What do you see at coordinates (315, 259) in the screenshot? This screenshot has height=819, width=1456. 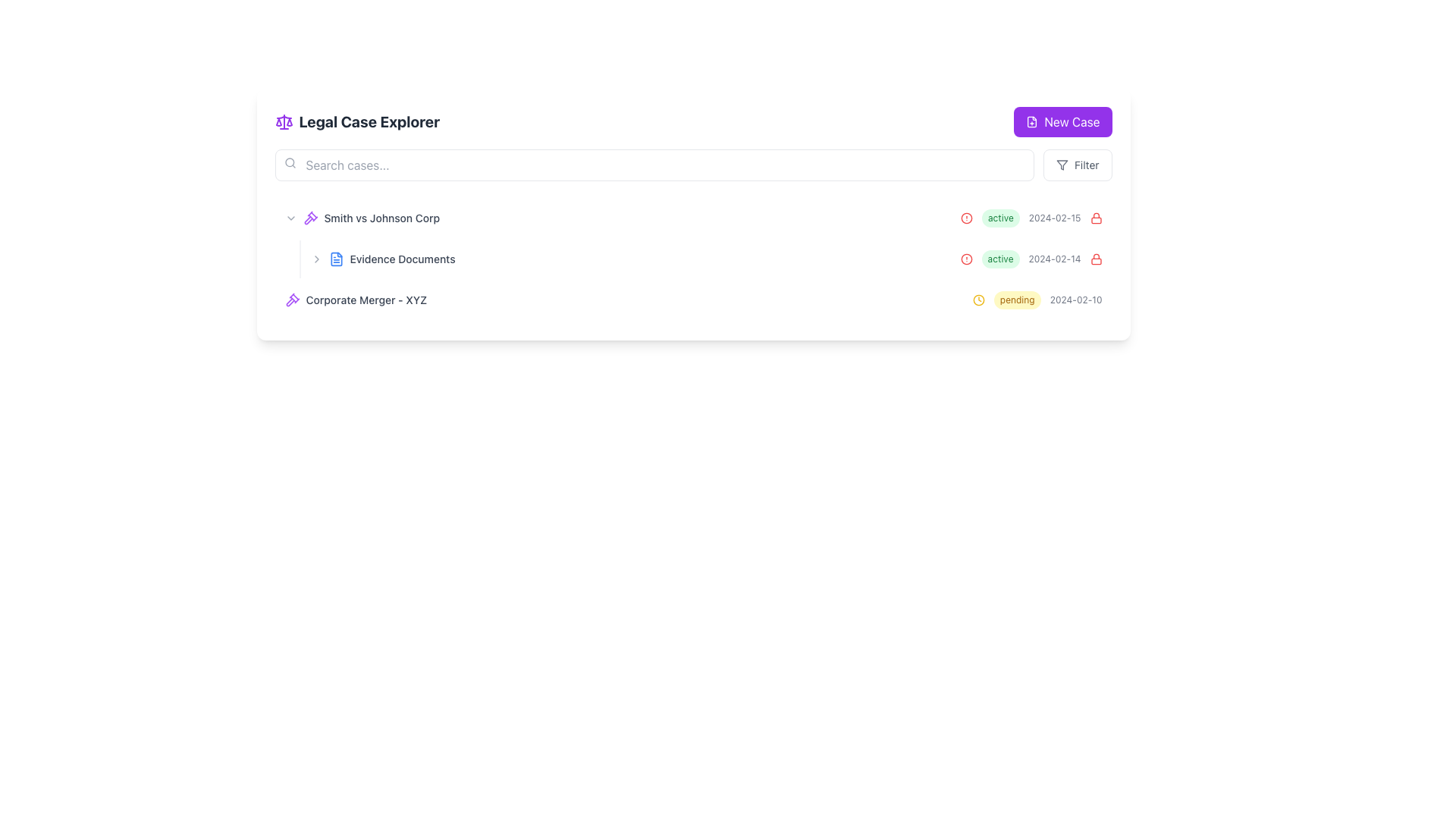 I see `the arrow button located to the left of the blue document icon, adjacent to the 'Evidence Documents' text, to interact with it` at bounding box center [315, 259].